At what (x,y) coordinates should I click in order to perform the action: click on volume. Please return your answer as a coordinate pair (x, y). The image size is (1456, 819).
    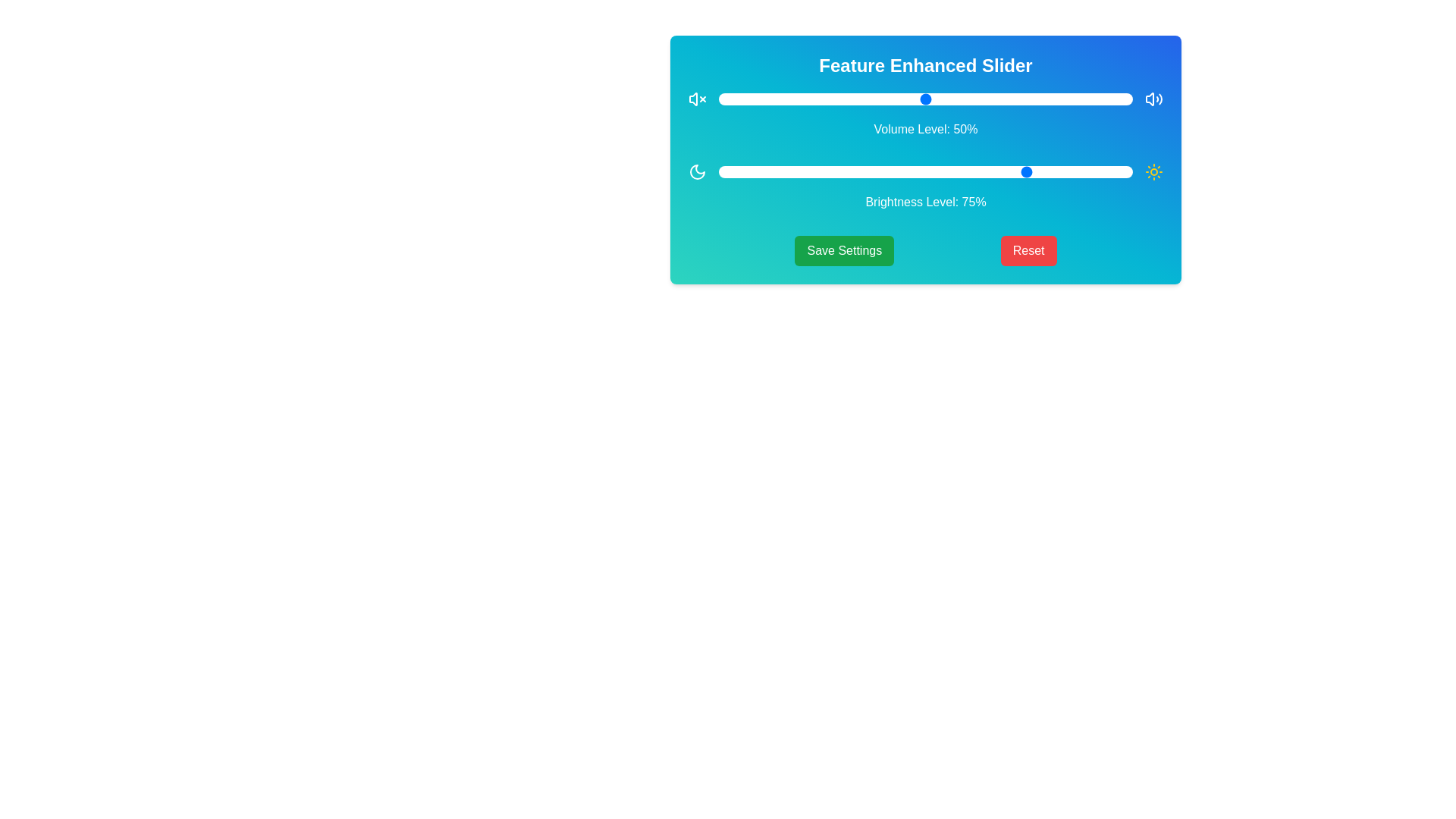
    Looking at the image, I should click on (764, 99).